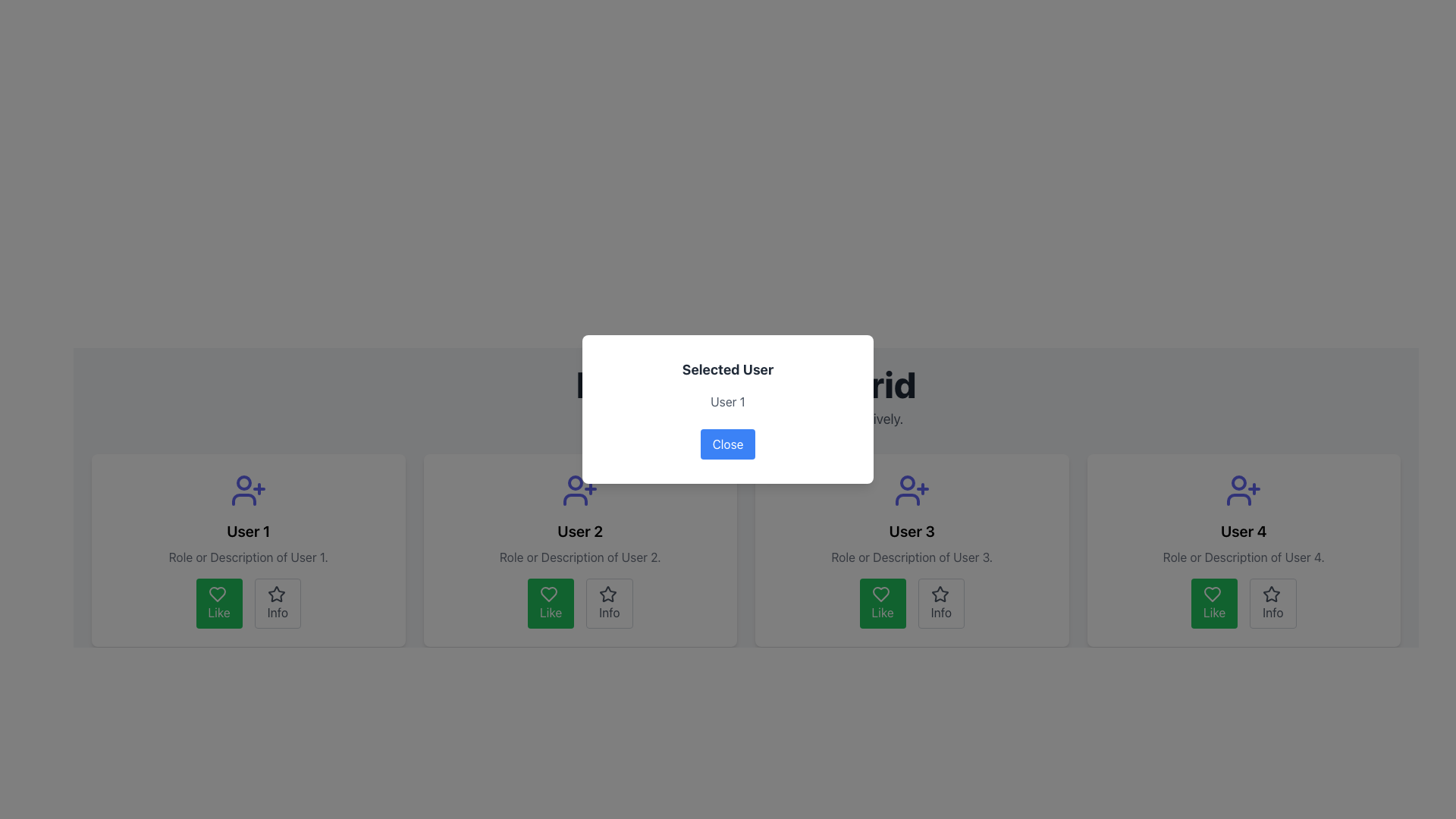  What do you see at coordinates (1244, 491) in the screenshot?
I see `the icon located at the center top area inside the card for 'User 4', which is part of a four-card grid layout, specifically in the fourth card from left to right` at bounding box center [1244, 491].